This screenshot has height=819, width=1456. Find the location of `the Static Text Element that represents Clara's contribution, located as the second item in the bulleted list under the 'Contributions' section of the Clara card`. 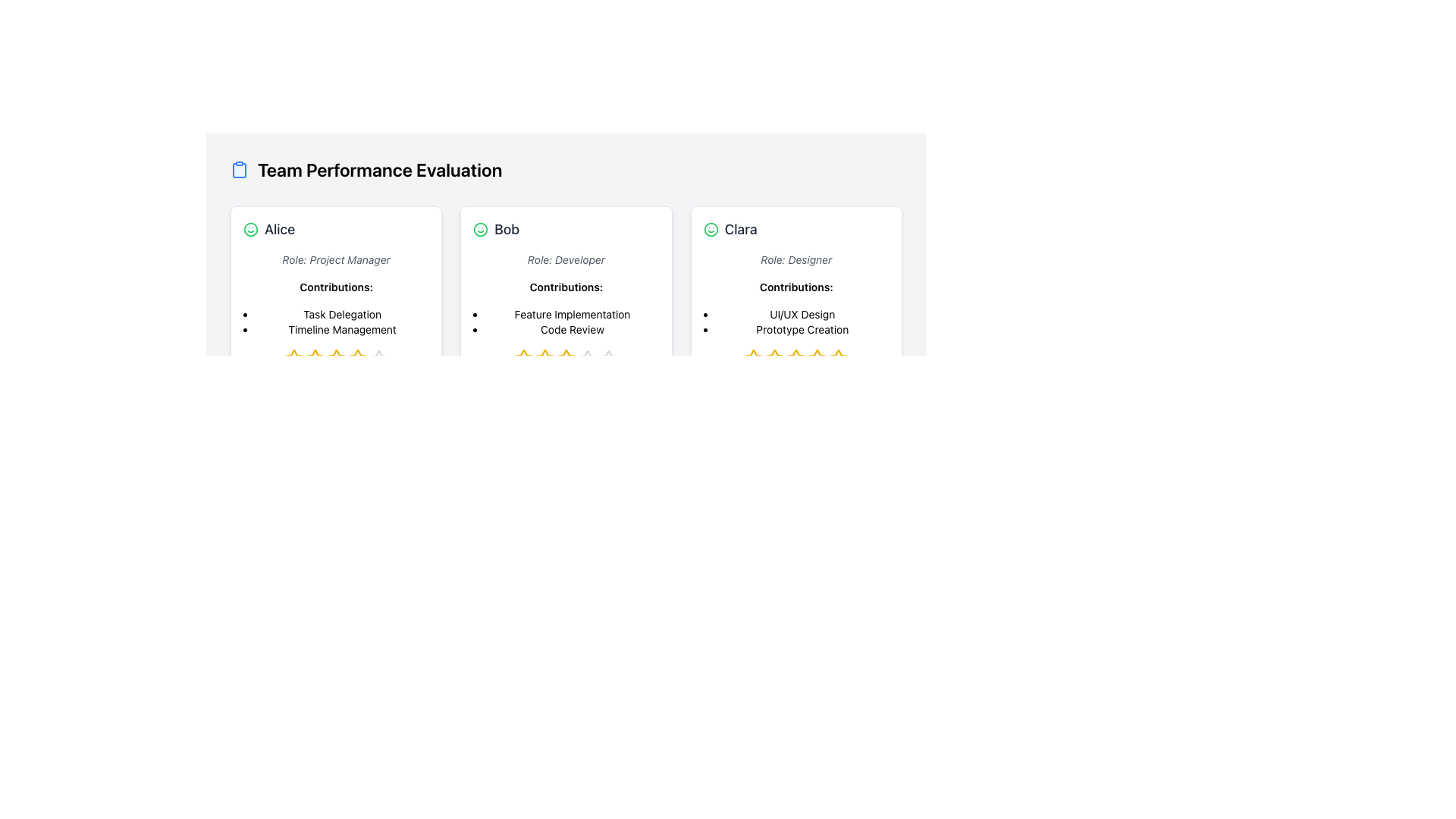

the Static Text Element that represents Clara's contribution, located as the second item in the bulleted list under the 'Contributions' section of the Clara card is located at coordinates (802, 329).